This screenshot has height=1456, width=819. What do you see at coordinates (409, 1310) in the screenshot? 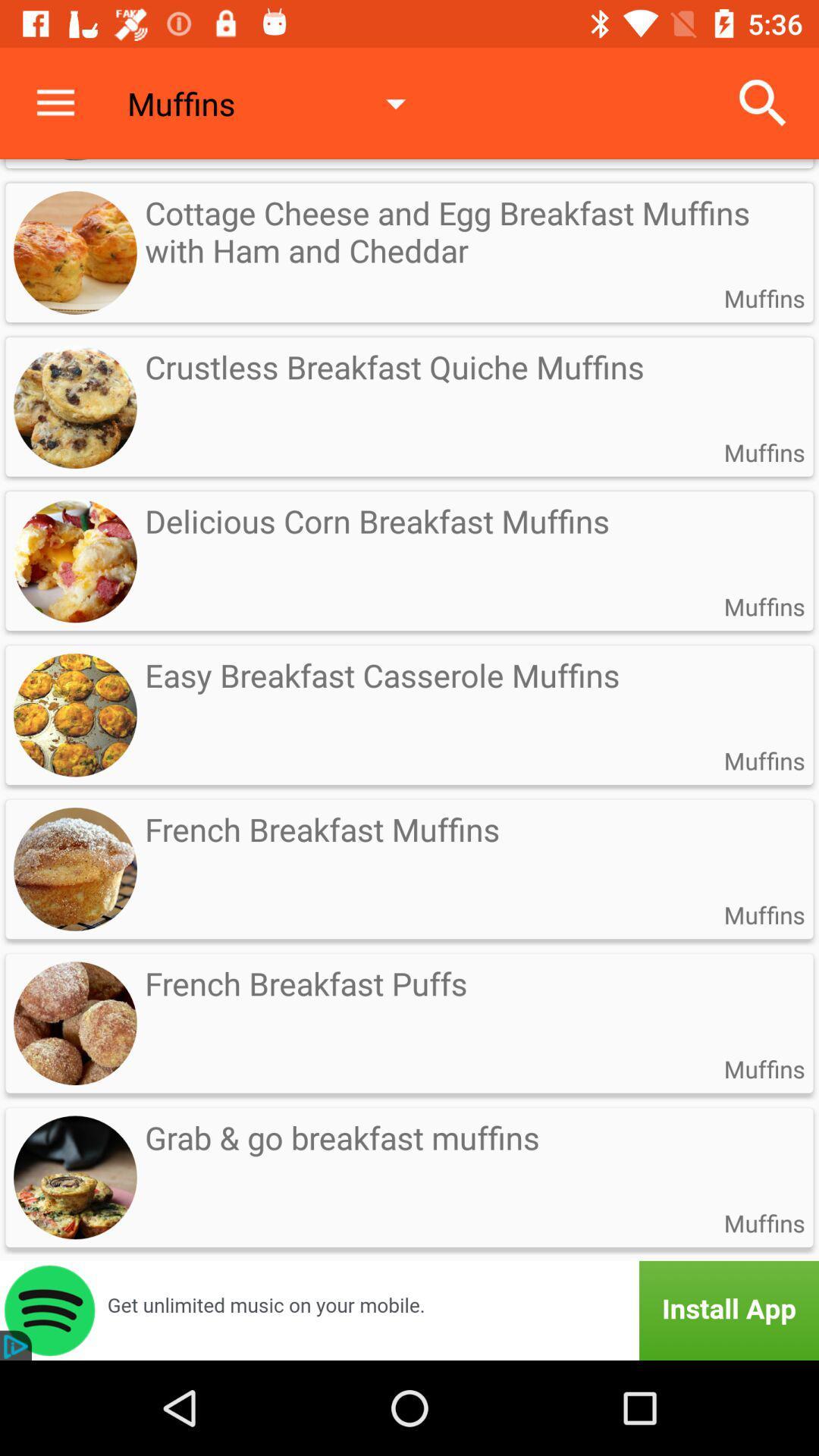
I see `gallery tool boy` at bounding box center [409, 1310].